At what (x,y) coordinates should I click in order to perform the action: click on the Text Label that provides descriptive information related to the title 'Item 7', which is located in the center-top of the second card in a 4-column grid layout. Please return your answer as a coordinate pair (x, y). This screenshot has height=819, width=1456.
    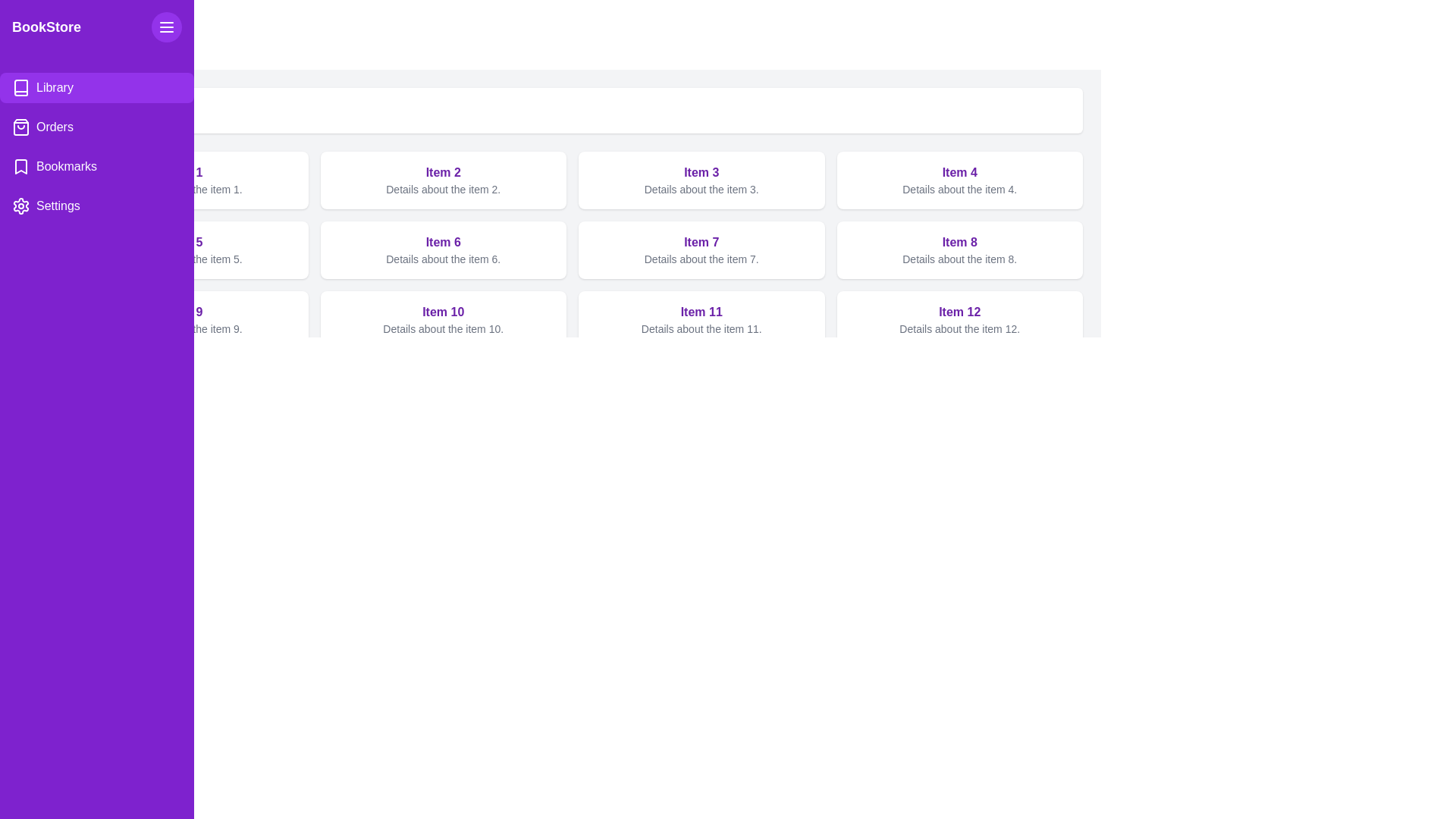
    Looking at the image, I should click on (701, 259).